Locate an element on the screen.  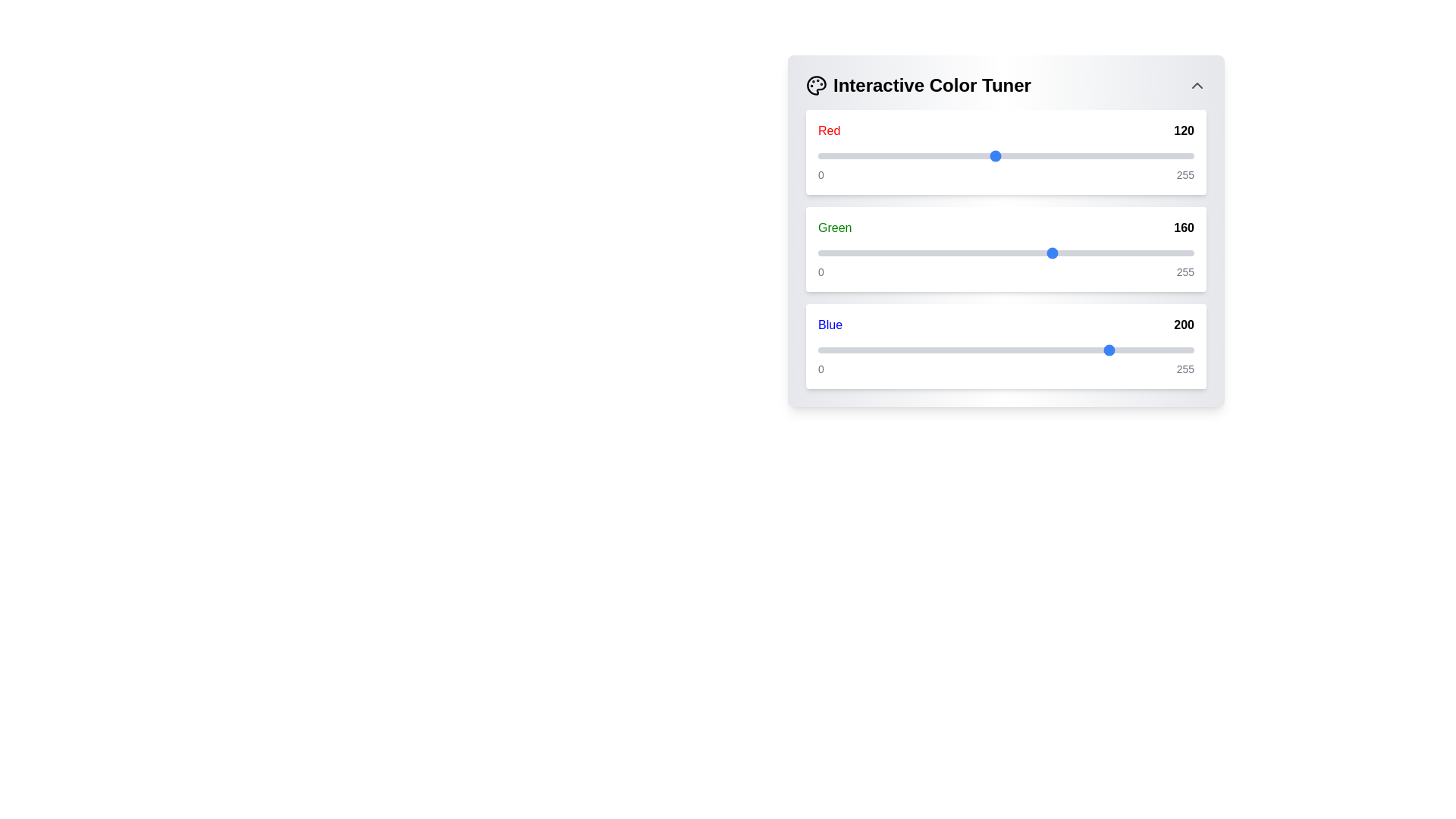
the Blue slider value is located at coordinates (867, 350).